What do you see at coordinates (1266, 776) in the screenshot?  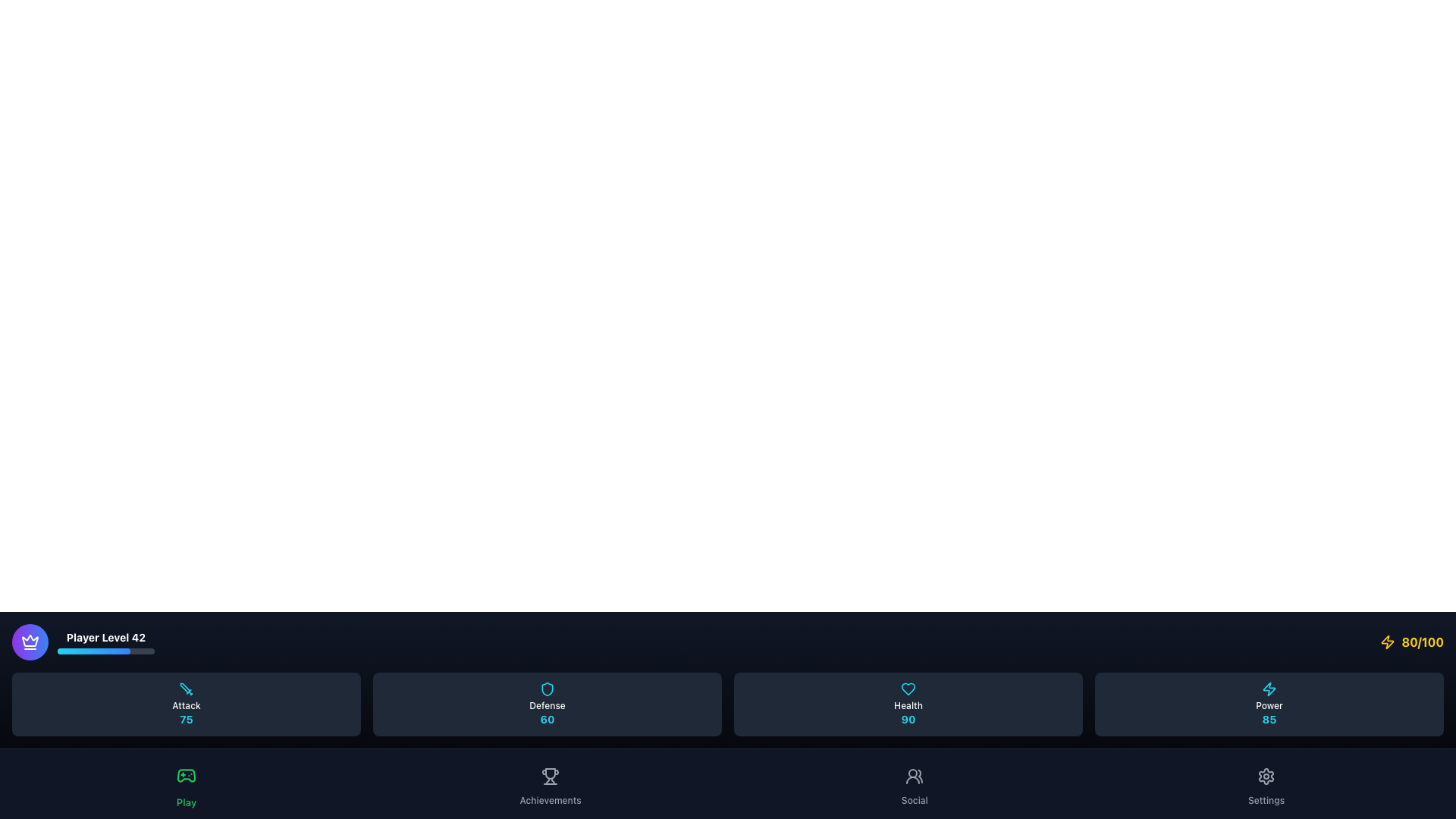 I see `the settings icon button located at the bottom-right corner of the interface, adjacent` at bounding box center [1266, 776].